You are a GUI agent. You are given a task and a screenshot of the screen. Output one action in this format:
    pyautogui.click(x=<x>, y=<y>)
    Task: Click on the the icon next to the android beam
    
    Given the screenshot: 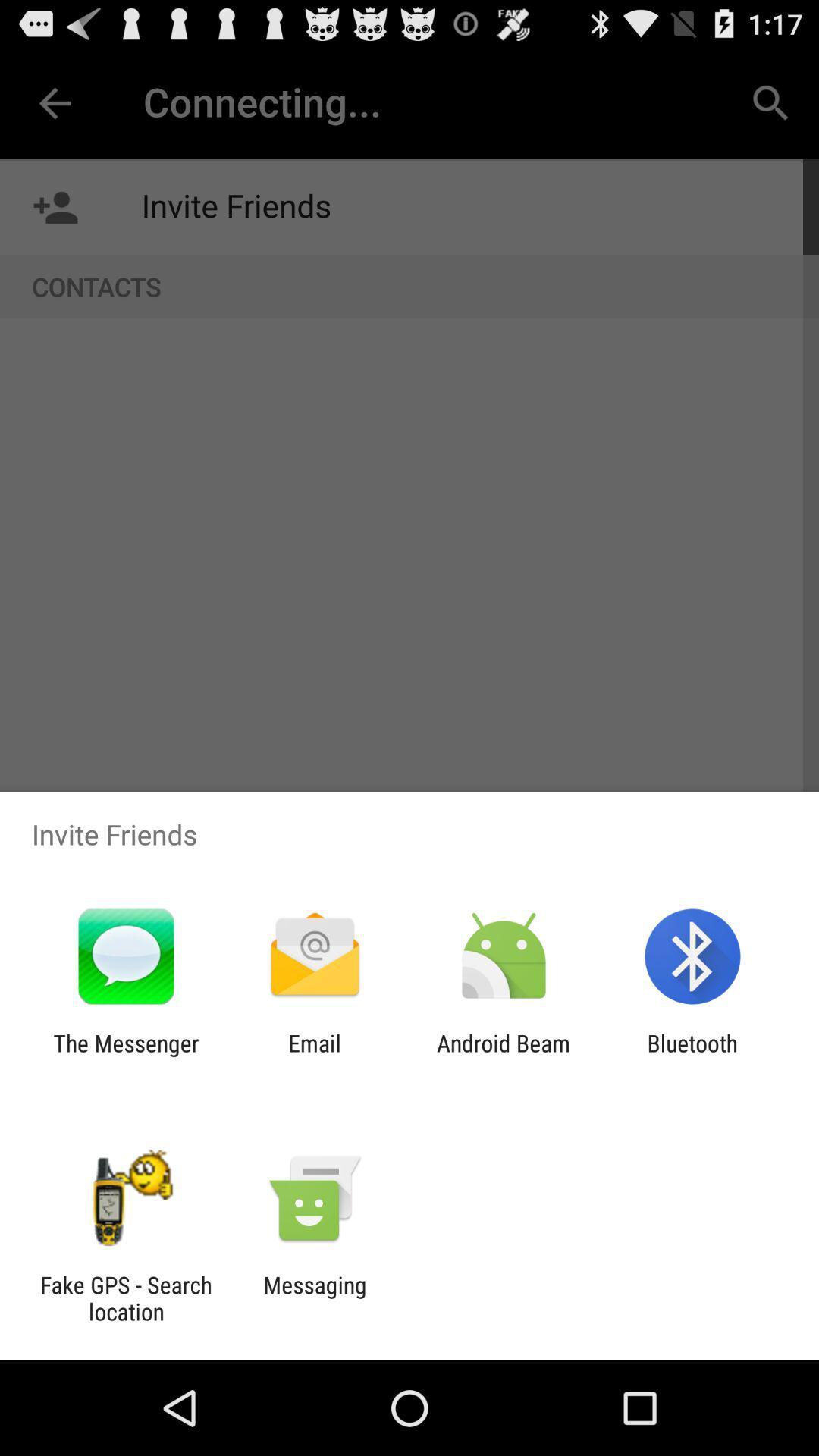 What is the action you would take?
    pyautogui.click(x=314, y=1056)
    